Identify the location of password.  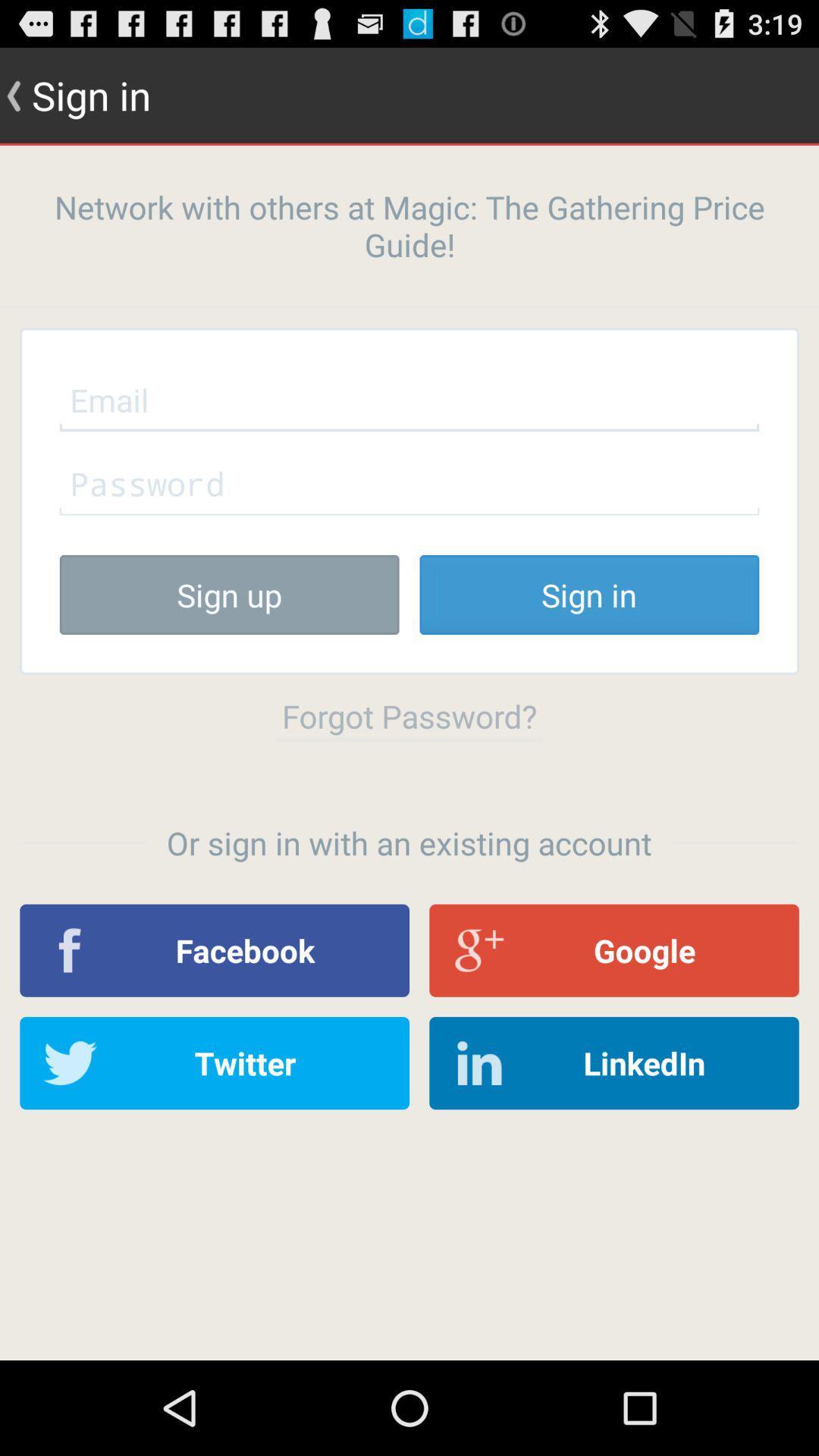
(409, 482).